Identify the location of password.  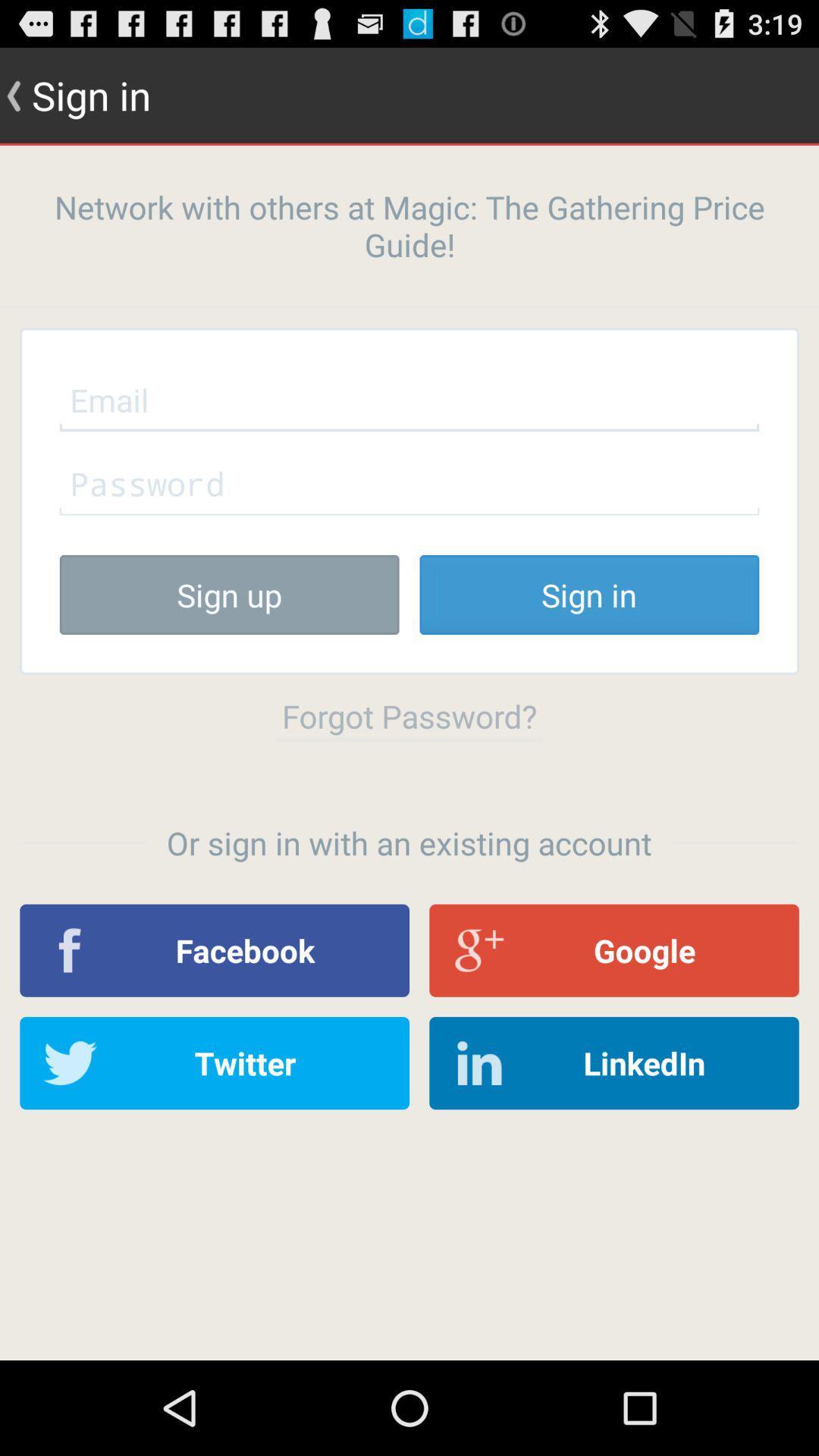
(409, 482).